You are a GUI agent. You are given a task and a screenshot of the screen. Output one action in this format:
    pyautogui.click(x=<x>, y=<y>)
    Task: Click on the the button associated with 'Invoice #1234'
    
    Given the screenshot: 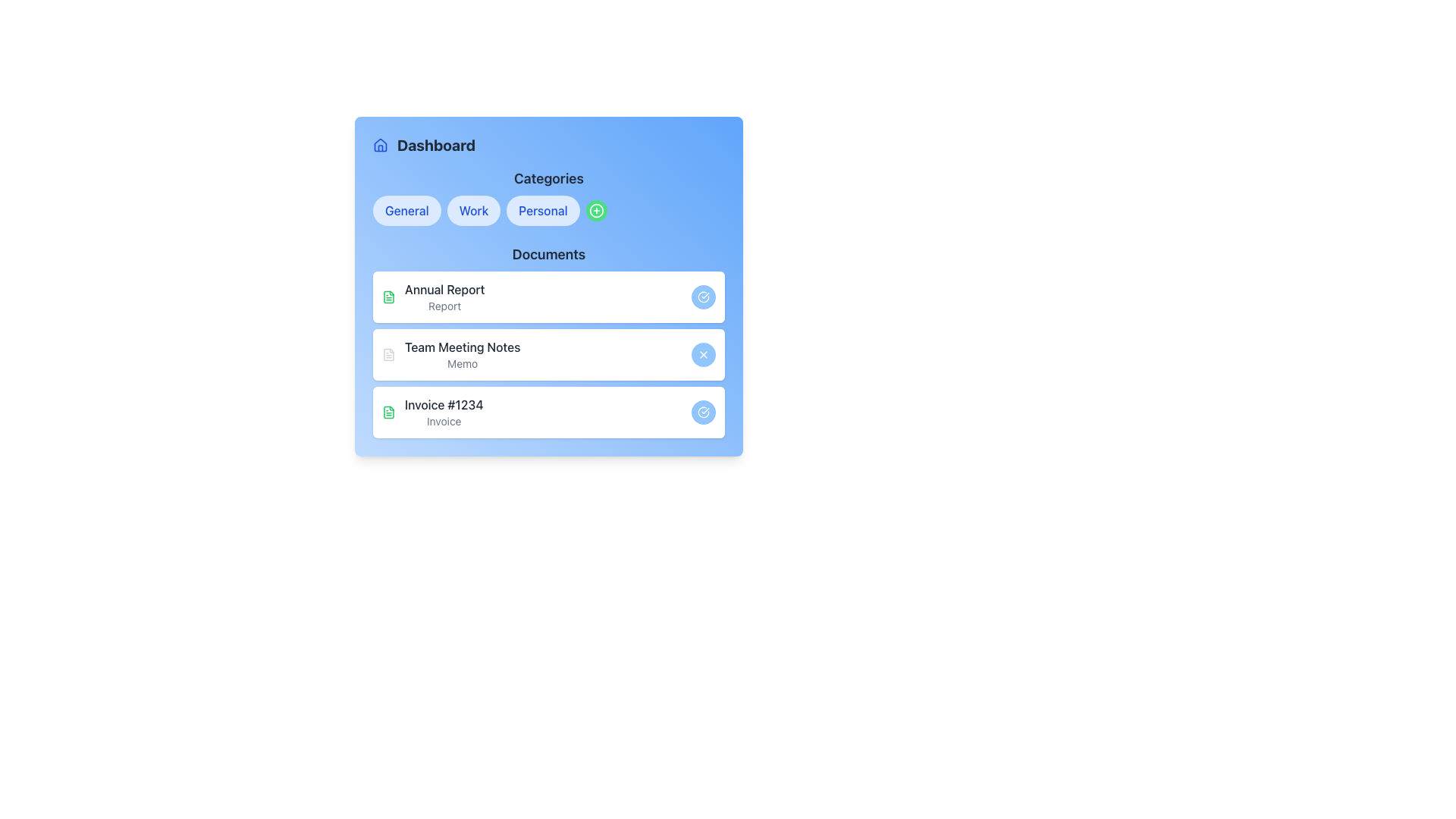 What is the action you would take?
    pyautogui.click(x=702, y=412)
    